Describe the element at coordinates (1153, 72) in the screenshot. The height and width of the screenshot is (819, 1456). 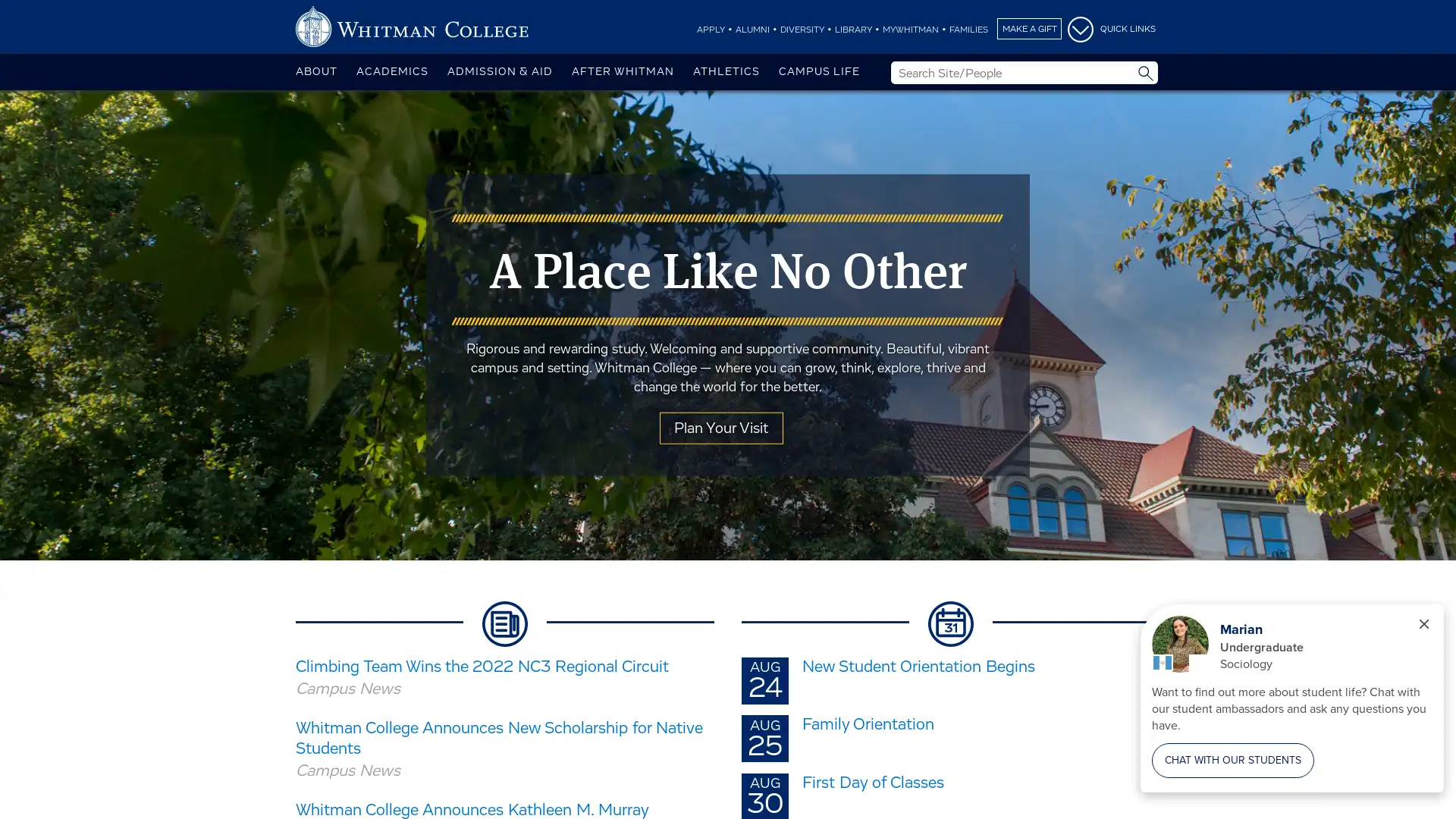
I see `Site` at that location.